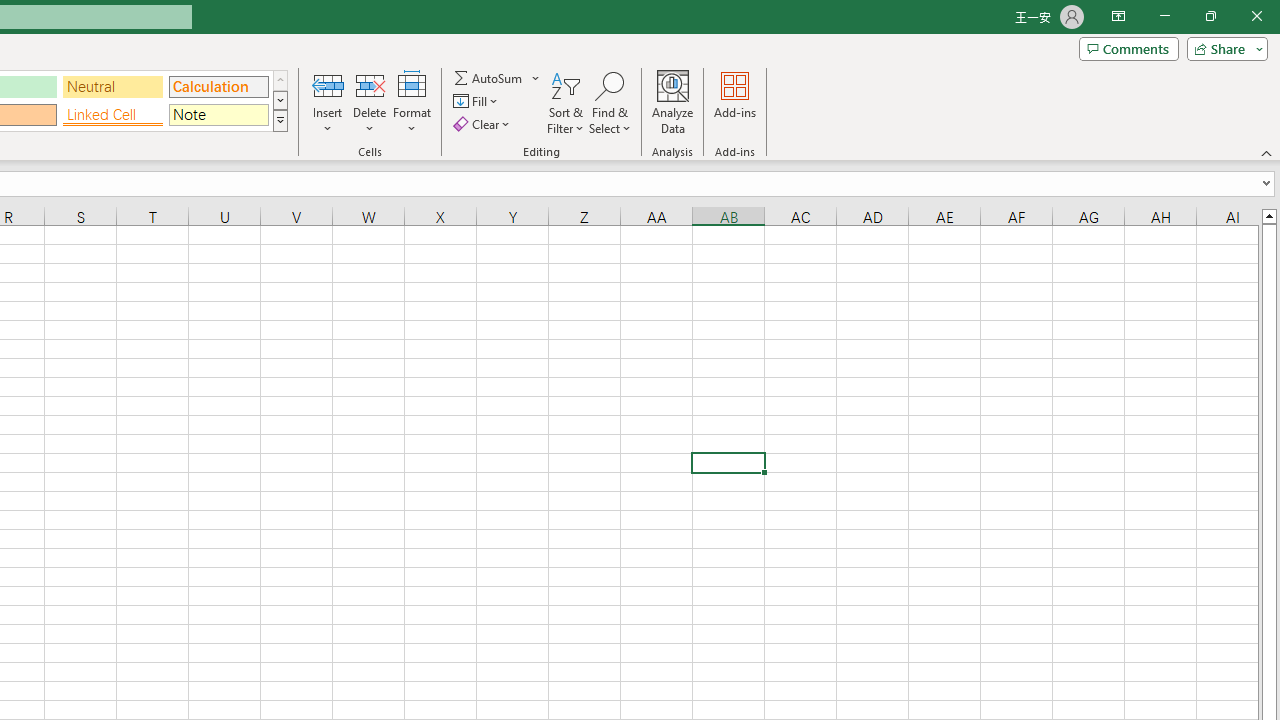 The image size is (1280, 720). What do you see at coordinates (1222, 47) in the screenshot?
I see `'Share'` at bounding box center [1222, 47].